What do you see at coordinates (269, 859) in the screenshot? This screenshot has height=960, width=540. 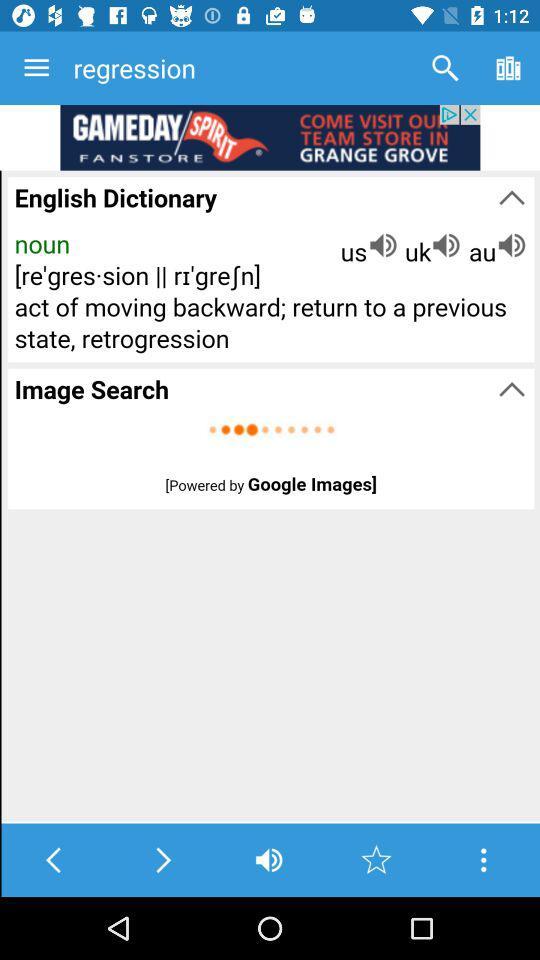 I see `hear prononciation of word` at bounding box center [269, 859].